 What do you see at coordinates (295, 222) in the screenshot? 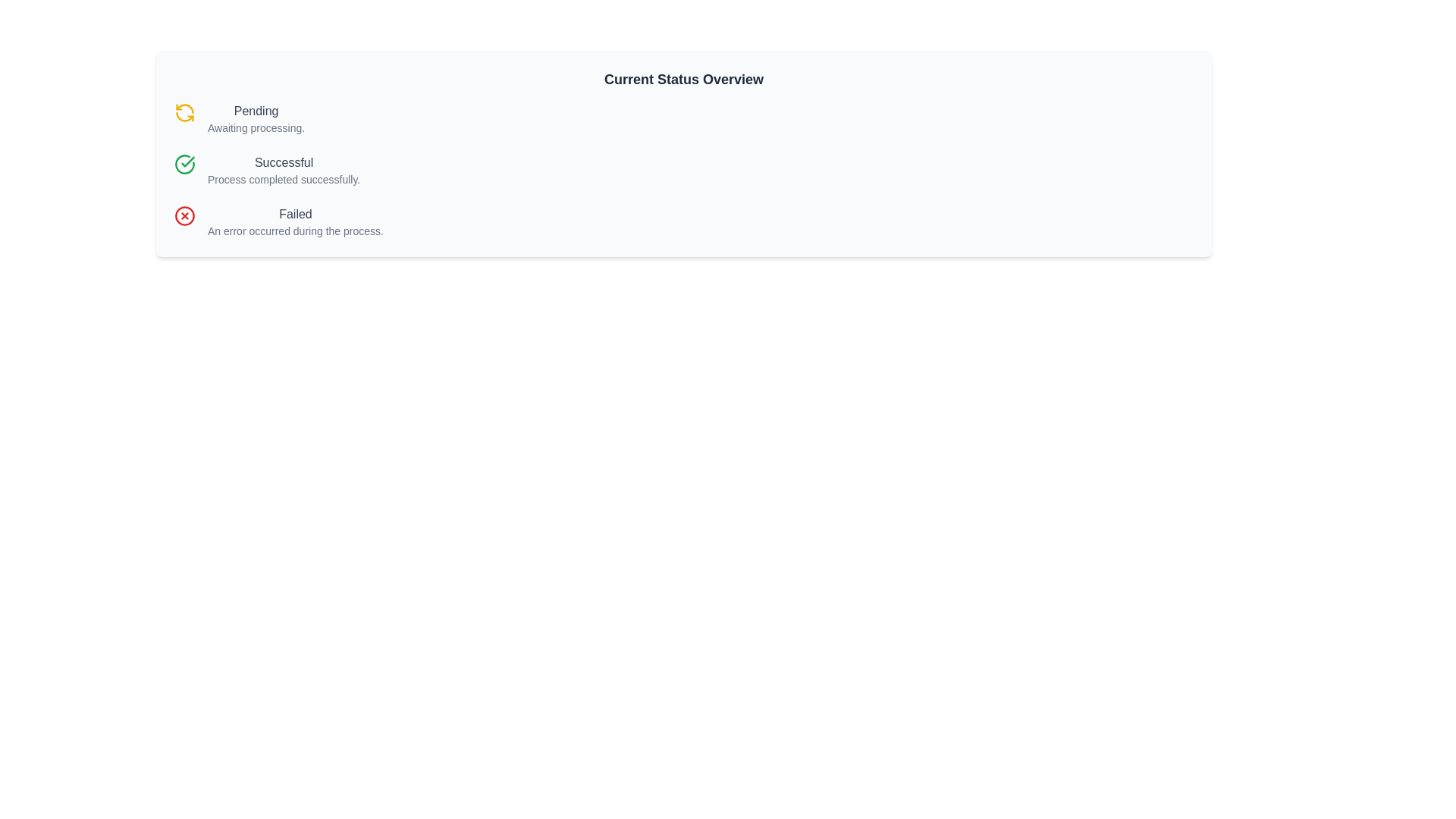
I see `the text block displaying 'Failed' and 'An error occurred during the process.' which is the last item in the list of status indicators` at bounding box center [295, 222].